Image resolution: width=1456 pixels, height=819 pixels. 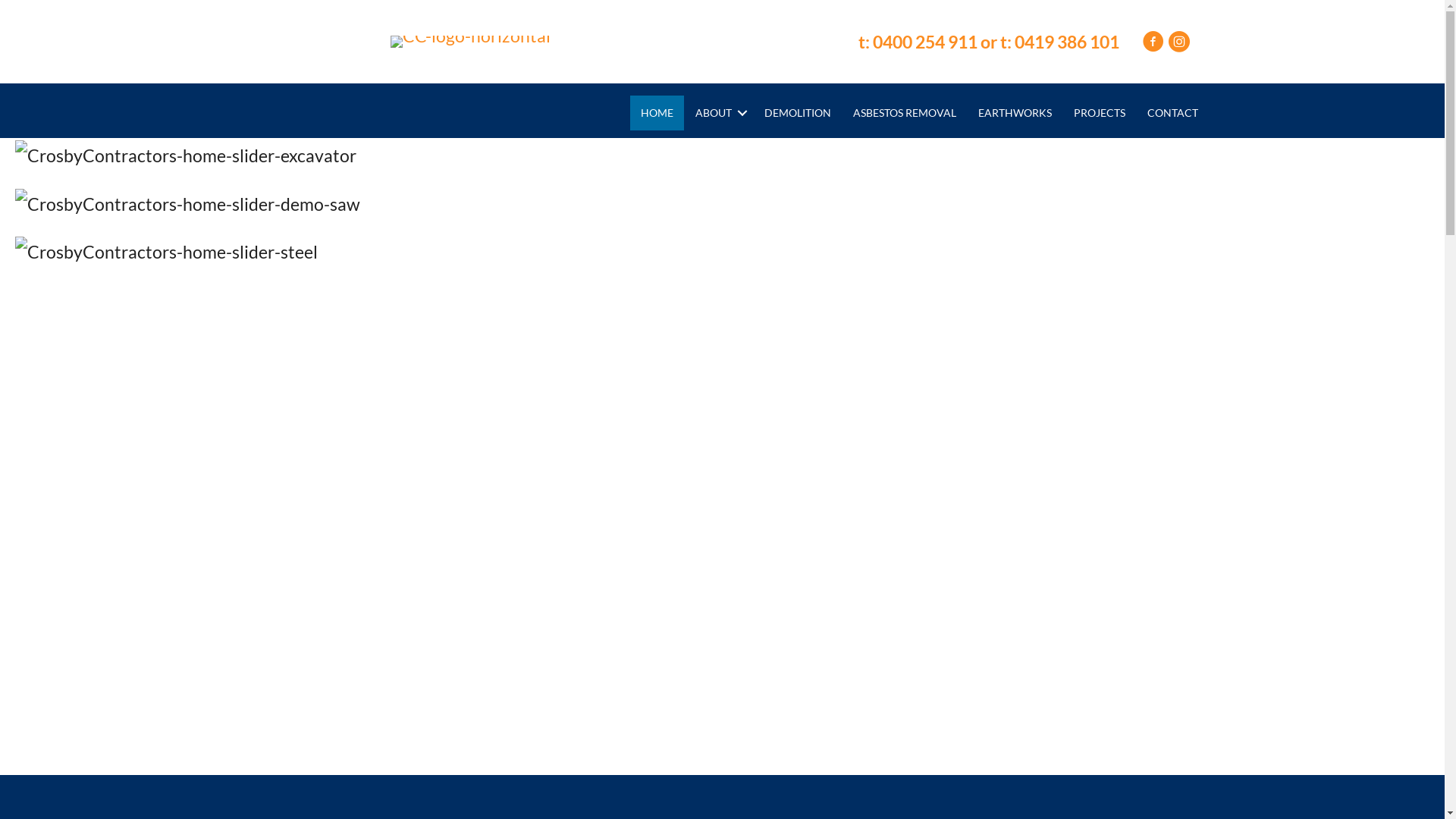 I want to click on 'ASBESTOS REMOVAL', so click(x=841, y=112).